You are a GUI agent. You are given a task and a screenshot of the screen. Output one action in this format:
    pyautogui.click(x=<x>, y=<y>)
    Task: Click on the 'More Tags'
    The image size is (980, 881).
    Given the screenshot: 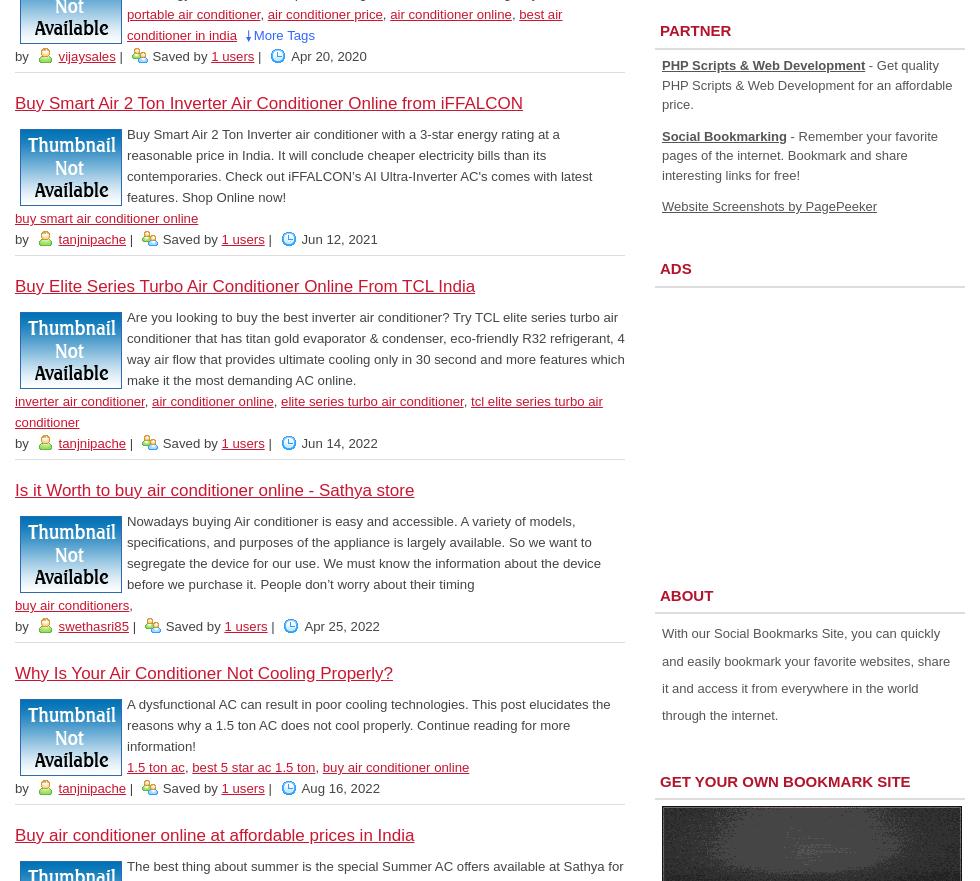 What is the action you would take?
    pyautogui.click(x=283, y=35)
    